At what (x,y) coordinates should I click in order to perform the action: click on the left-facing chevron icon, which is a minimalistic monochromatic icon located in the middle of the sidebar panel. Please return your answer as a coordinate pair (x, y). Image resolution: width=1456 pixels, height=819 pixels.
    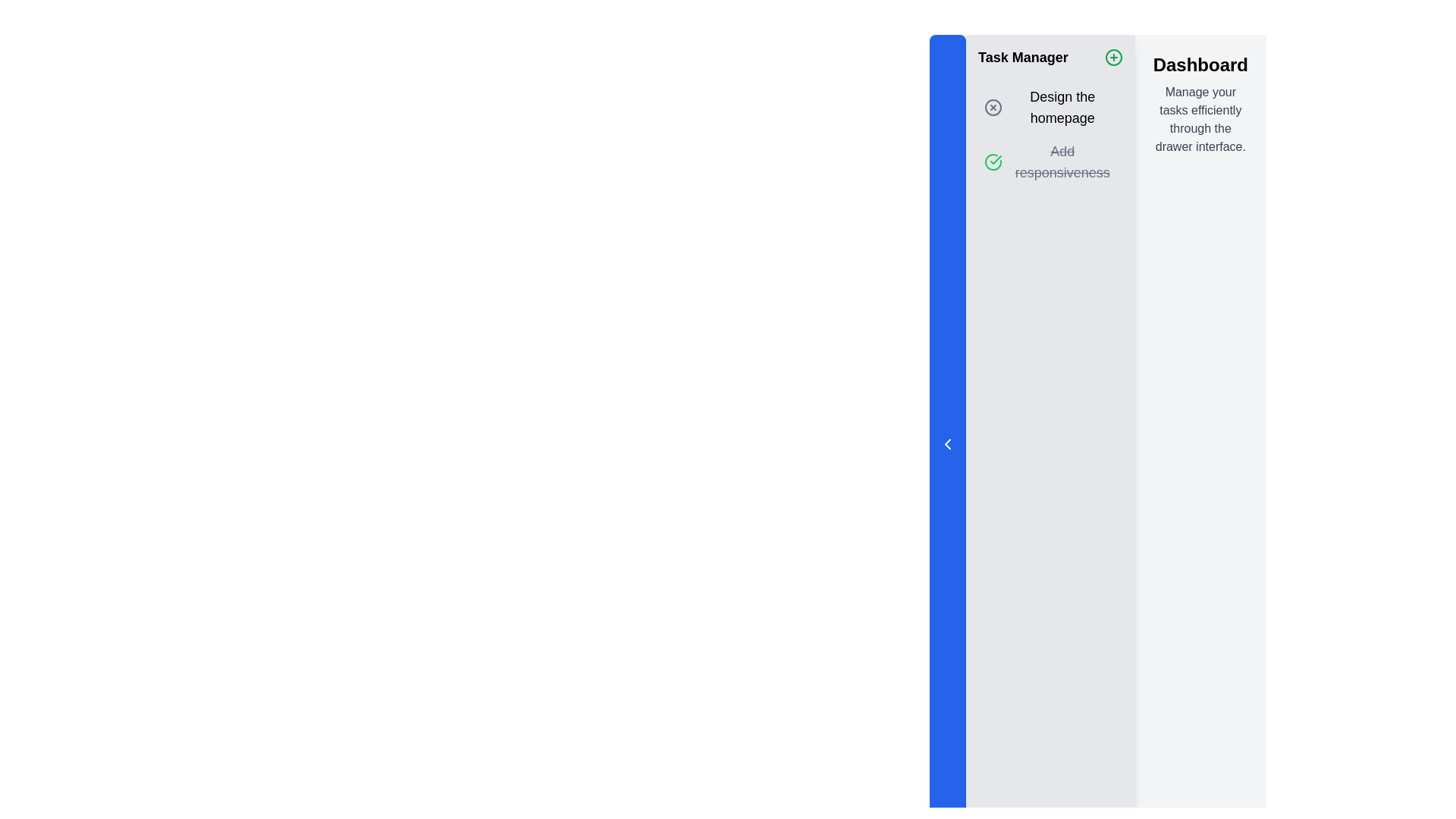
    Looking at the image, I should click on (946, 444).